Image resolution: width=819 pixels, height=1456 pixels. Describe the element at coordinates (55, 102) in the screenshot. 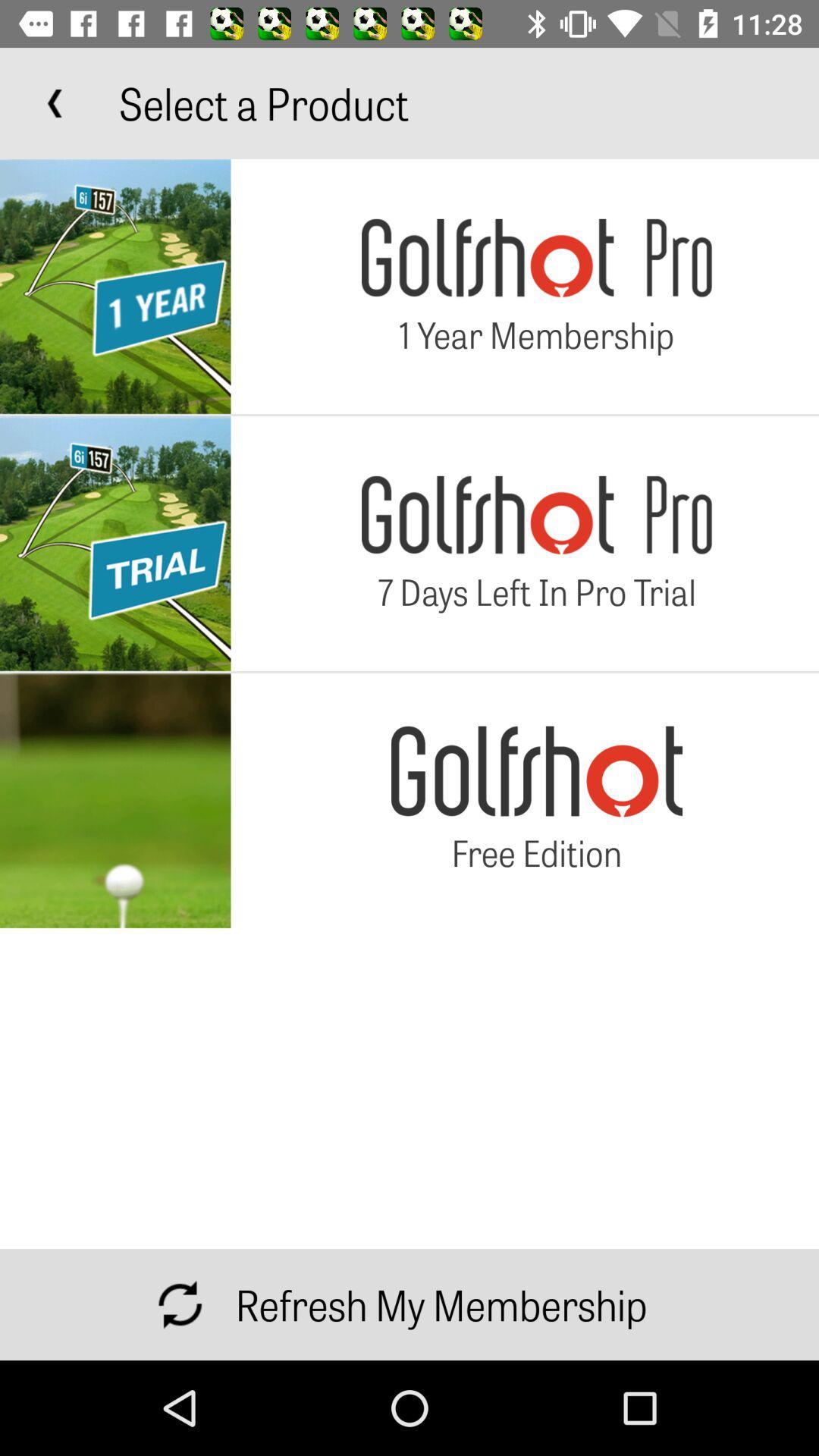

I see `icon next to select a product icon` at that location.